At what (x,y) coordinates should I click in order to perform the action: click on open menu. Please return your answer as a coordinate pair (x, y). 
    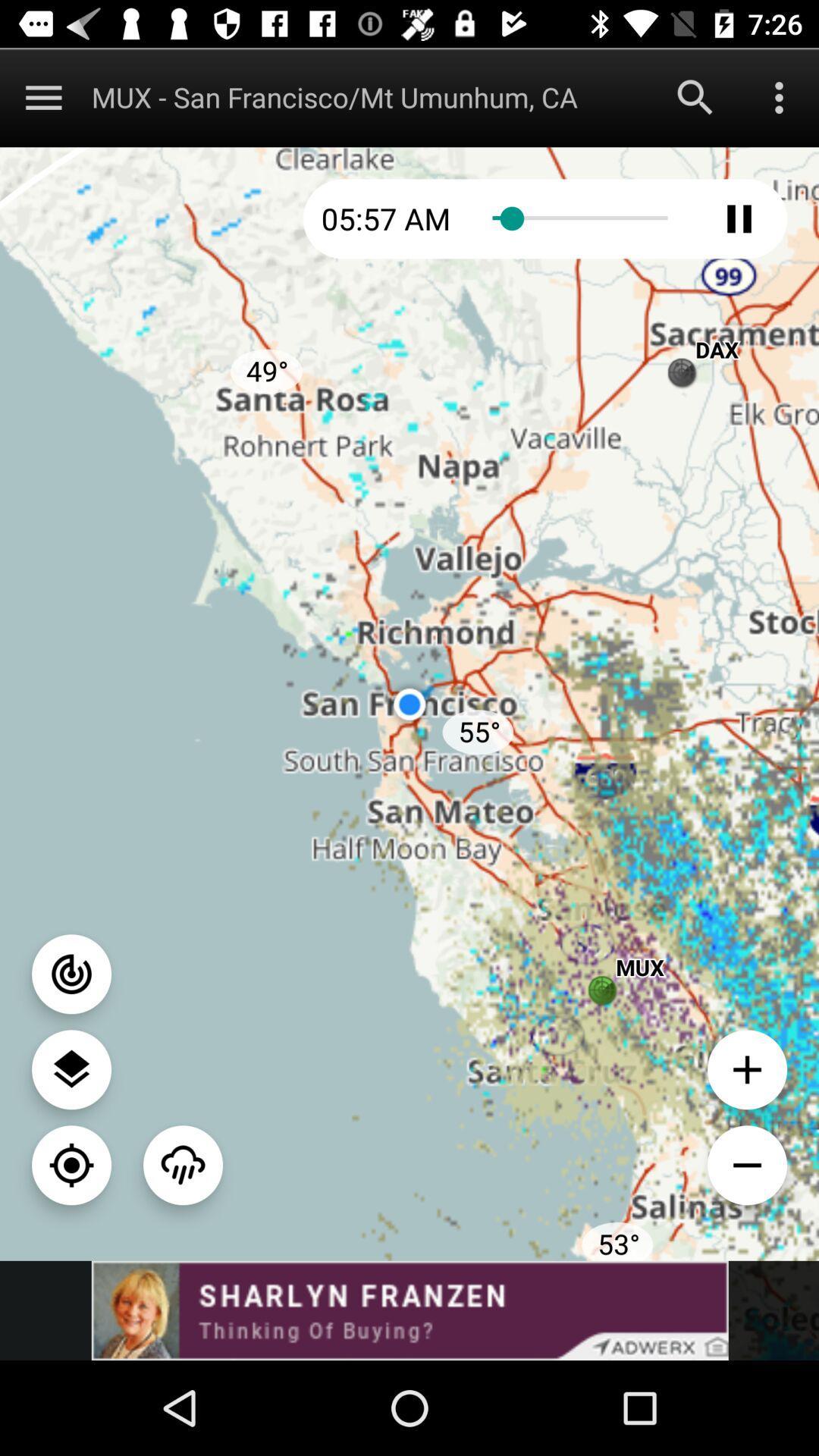
    Looking at the image, I should click on (42, 96).